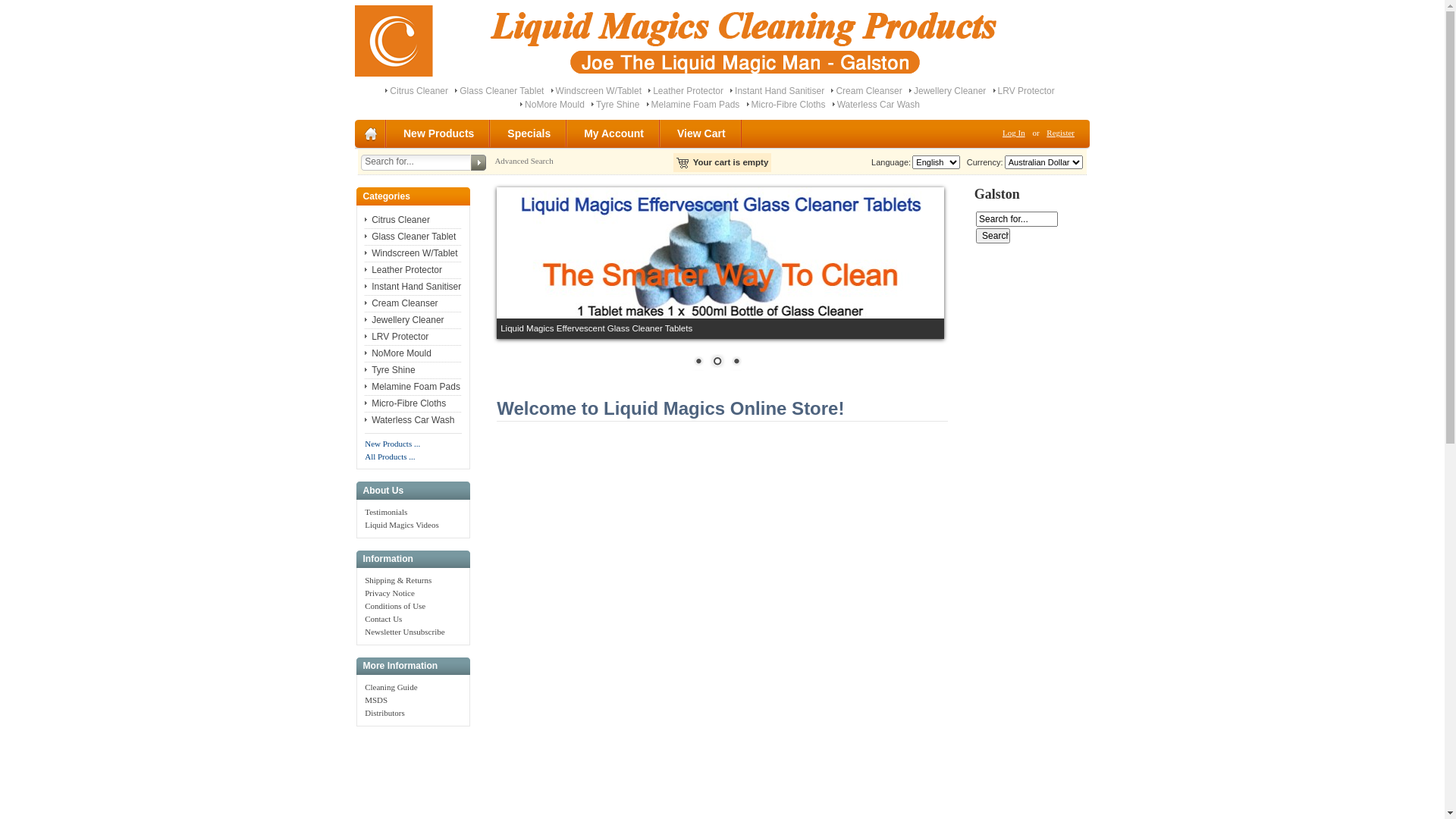 Image resolution: width=1456 pixels, height=819 pixels. What do you see at coordinates (993, 236) in the screenshot?
I see `'Search'` at bounding box center [993, 236].